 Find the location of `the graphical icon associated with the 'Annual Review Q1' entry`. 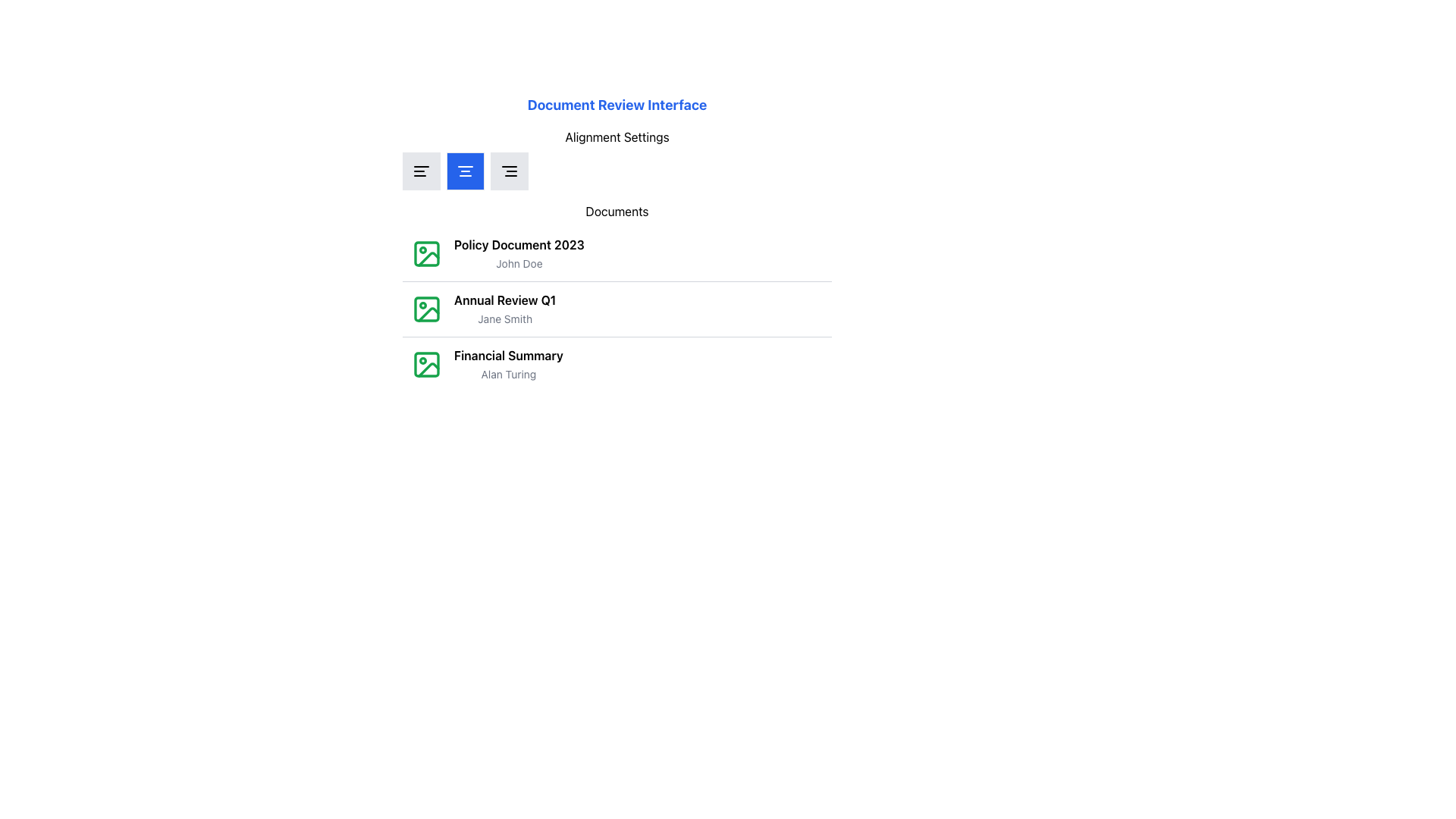

the graphical icon associated with the 'Annual Review Q1' entry is located at coordinates (425, 309).